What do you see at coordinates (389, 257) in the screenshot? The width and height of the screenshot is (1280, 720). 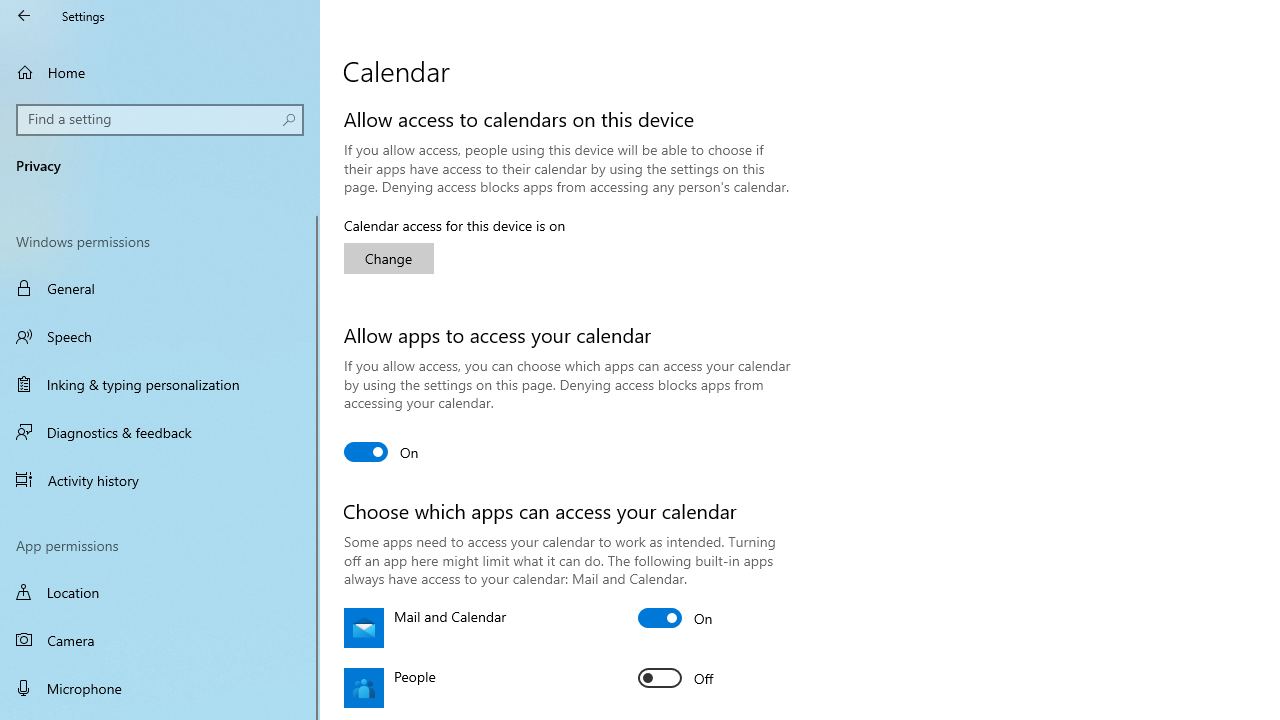 I see `'Change'` at bounding box center [389, 257].